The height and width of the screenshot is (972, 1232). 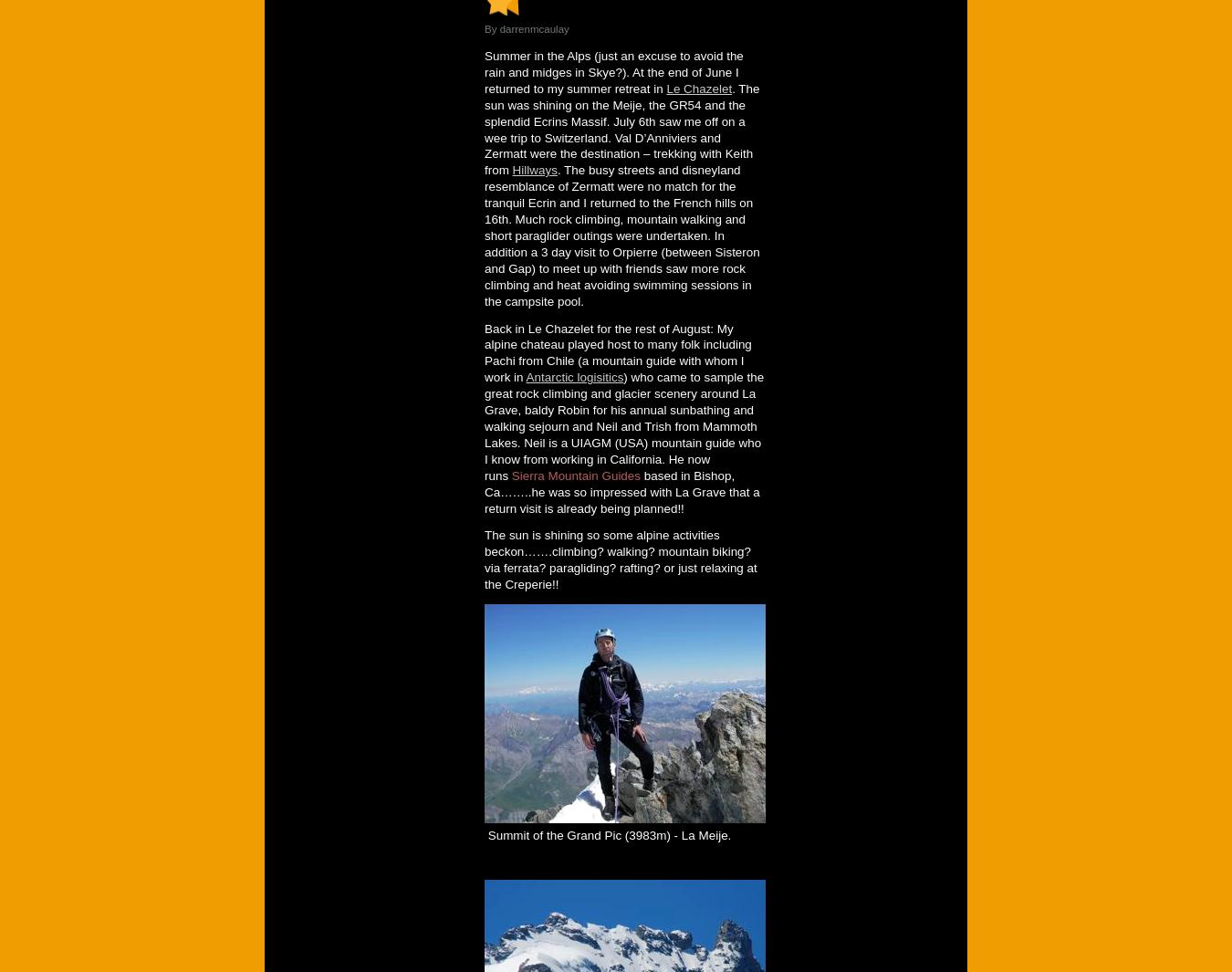 I want to click on 'Hillways', so click(x=511, y=169).